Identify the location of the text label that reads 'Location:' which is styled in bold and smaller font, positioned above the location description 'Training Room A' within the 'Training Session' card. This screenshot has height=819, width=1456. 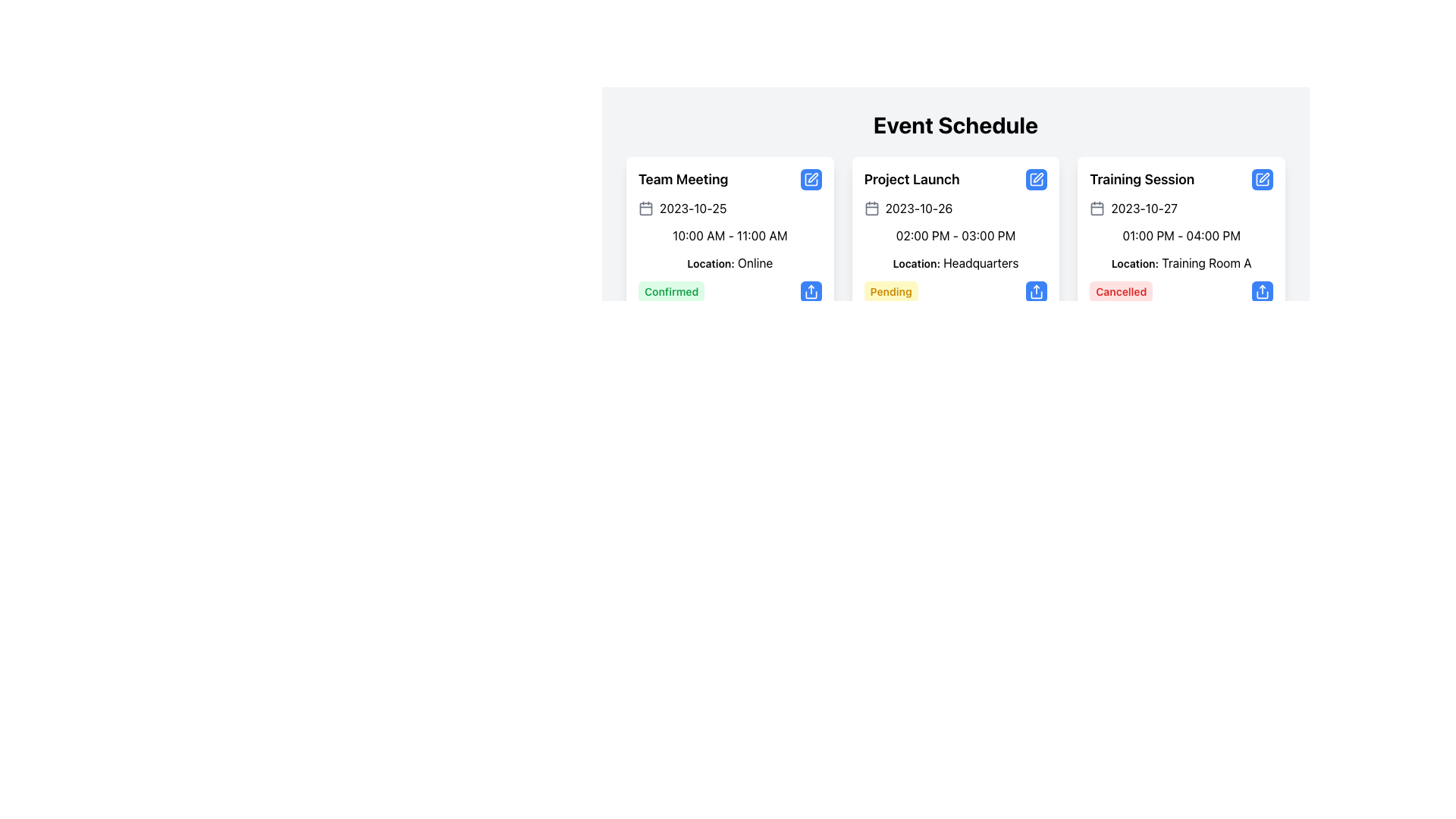
(1134, 262).